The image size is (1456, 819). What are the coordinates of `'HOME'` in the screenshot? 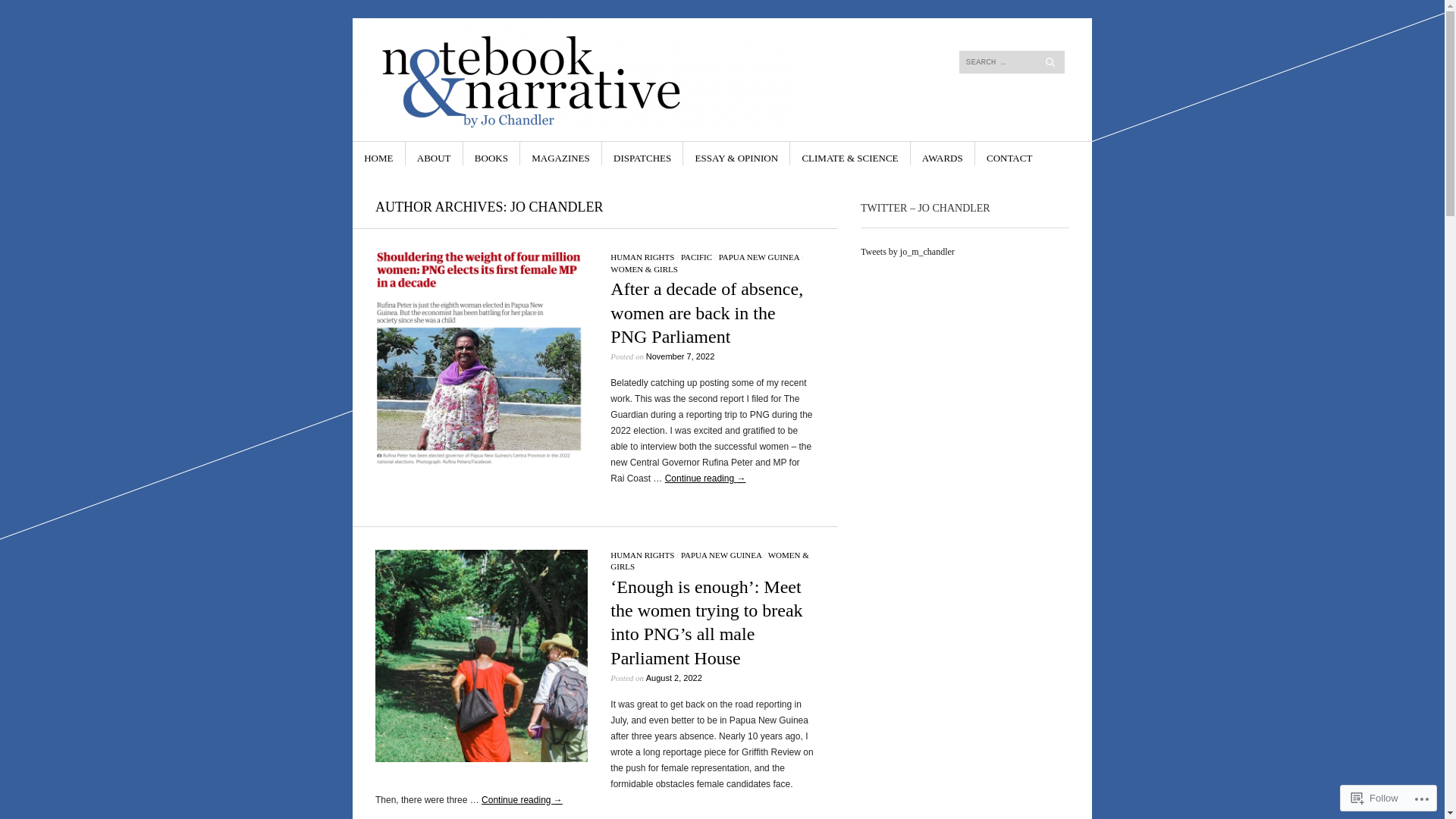 It's located at (378, 153).